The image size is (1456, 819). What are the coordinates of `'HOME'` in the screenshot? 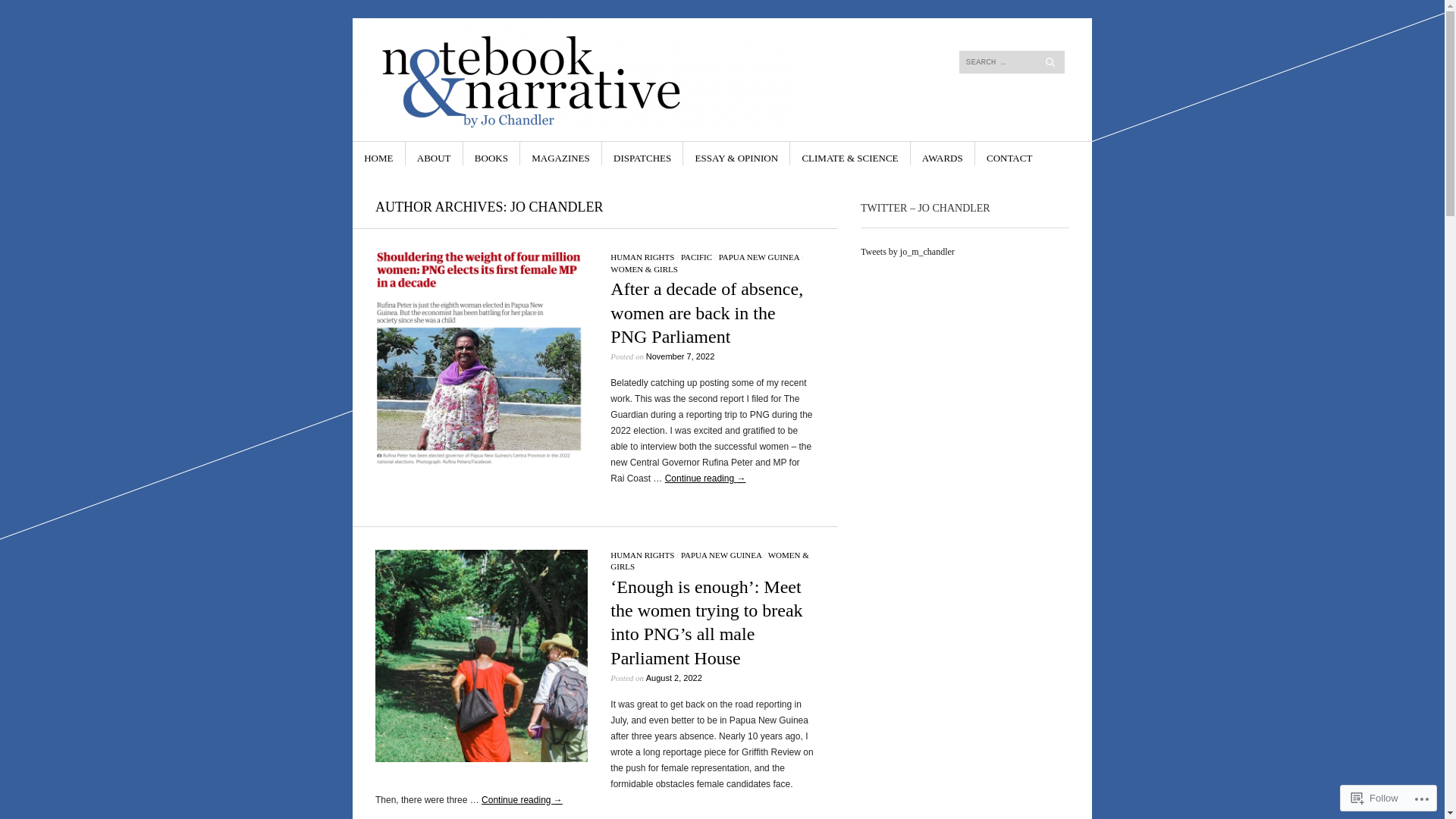 It's located at (378, 153).